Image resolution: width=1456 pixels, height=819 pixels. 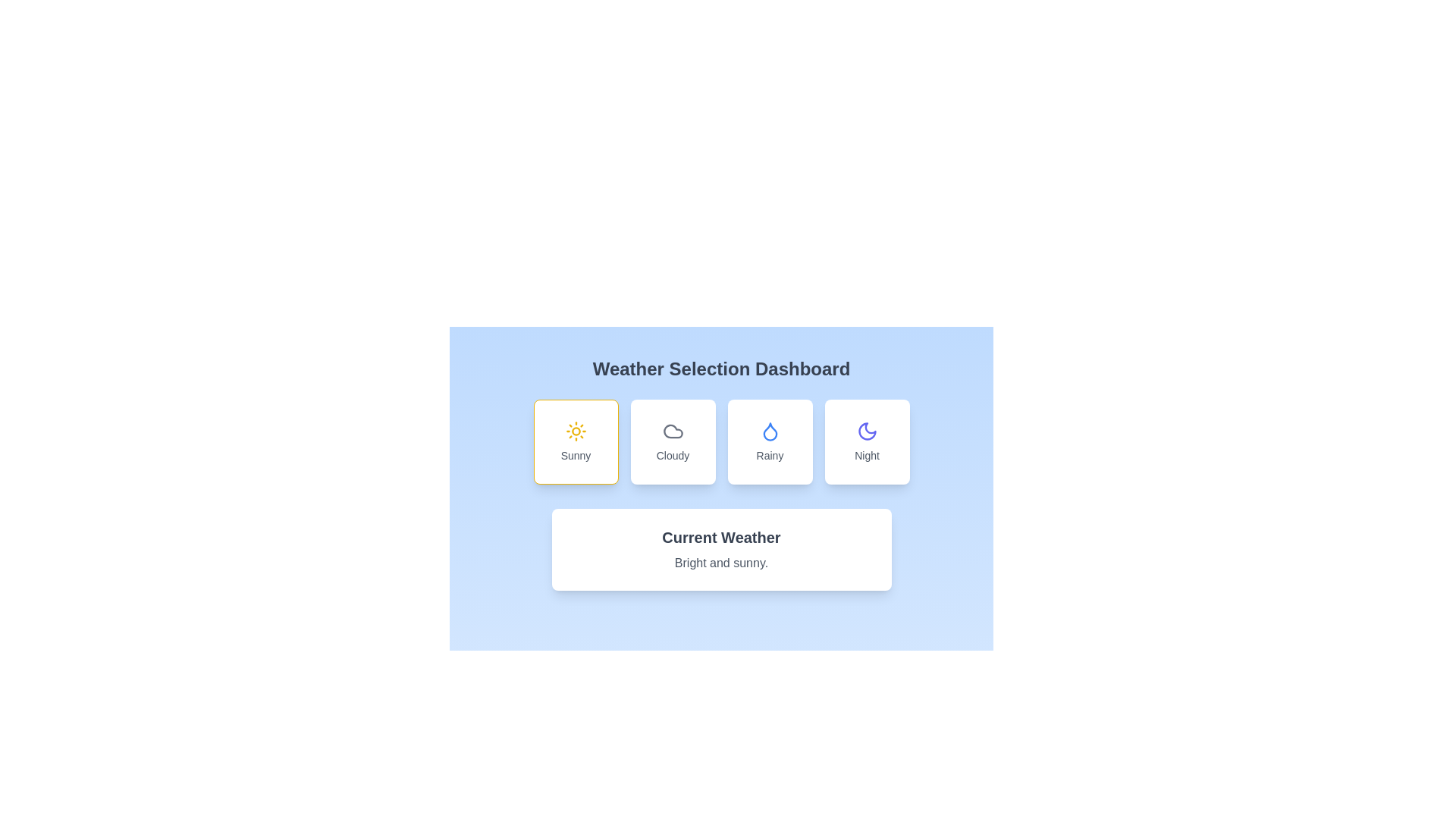 I want to click on central circular part of the 'Sunny' icon in the weather selection dashboard for its styling or dimensions, so click(x=575, y=431).